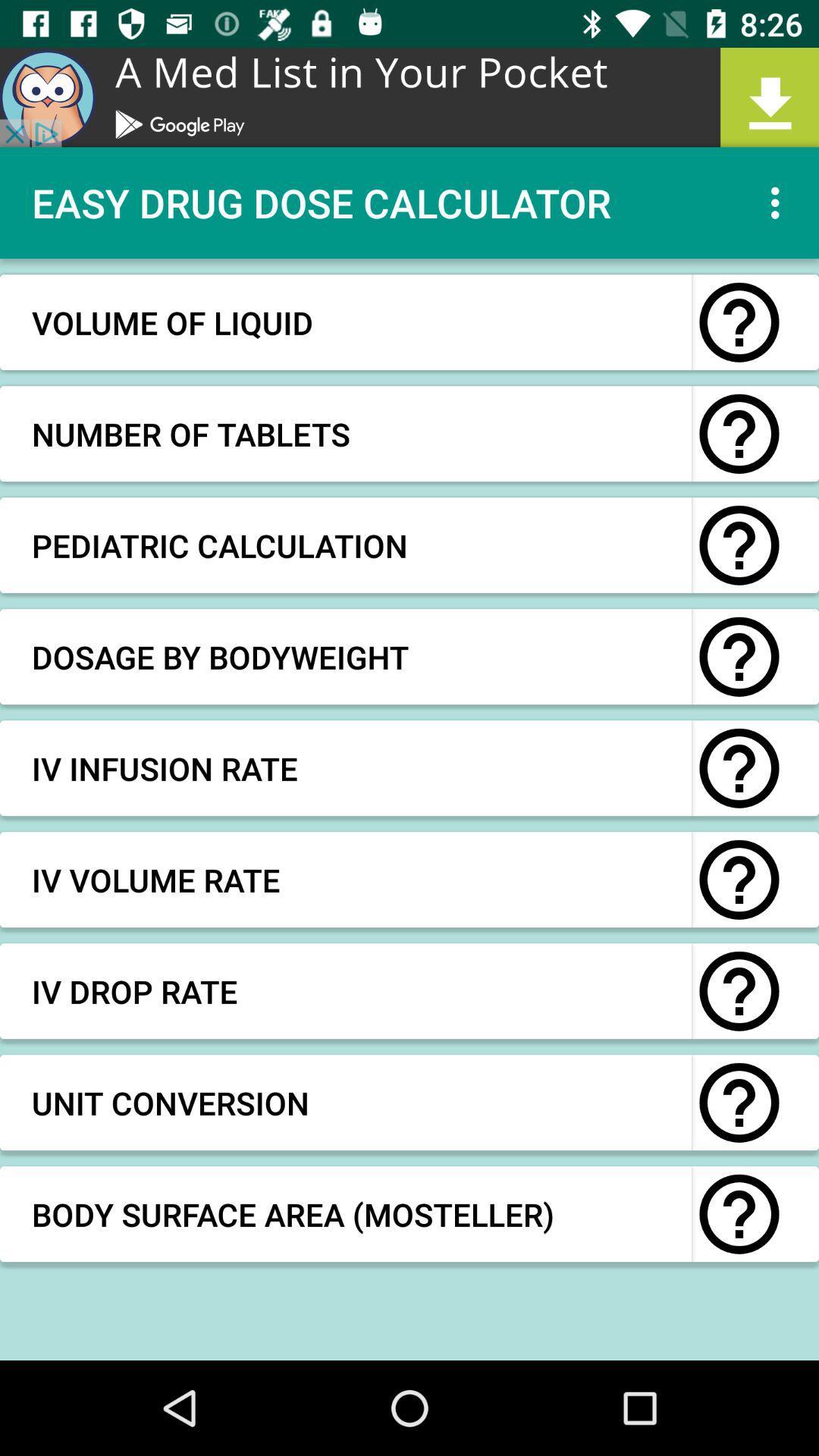  What do you see at coordinates (739, 1214) in the screenshot?
I see `more information` at bounding box center [739, 1214].